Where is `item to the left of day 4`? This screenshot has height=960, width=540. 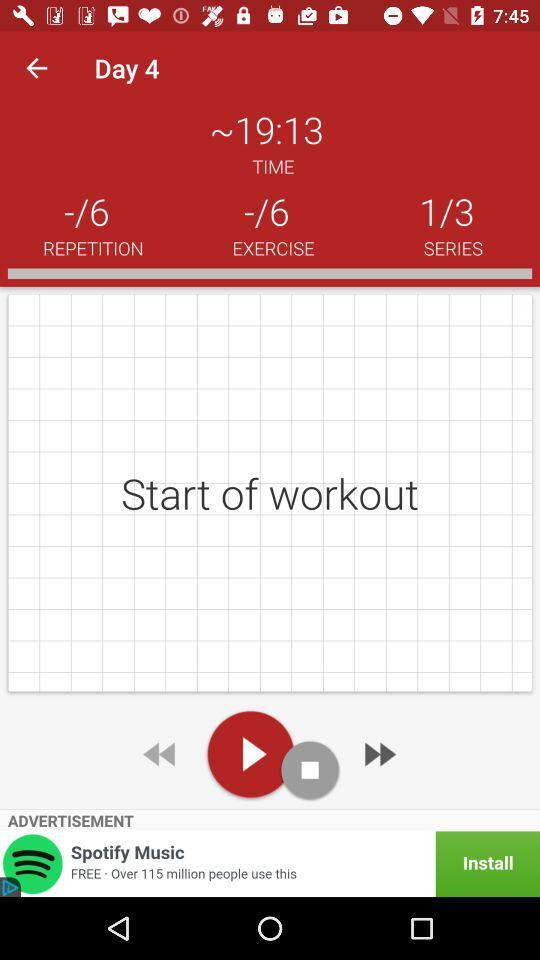 item to the left of day 4 is located at coordinates (36, 68).